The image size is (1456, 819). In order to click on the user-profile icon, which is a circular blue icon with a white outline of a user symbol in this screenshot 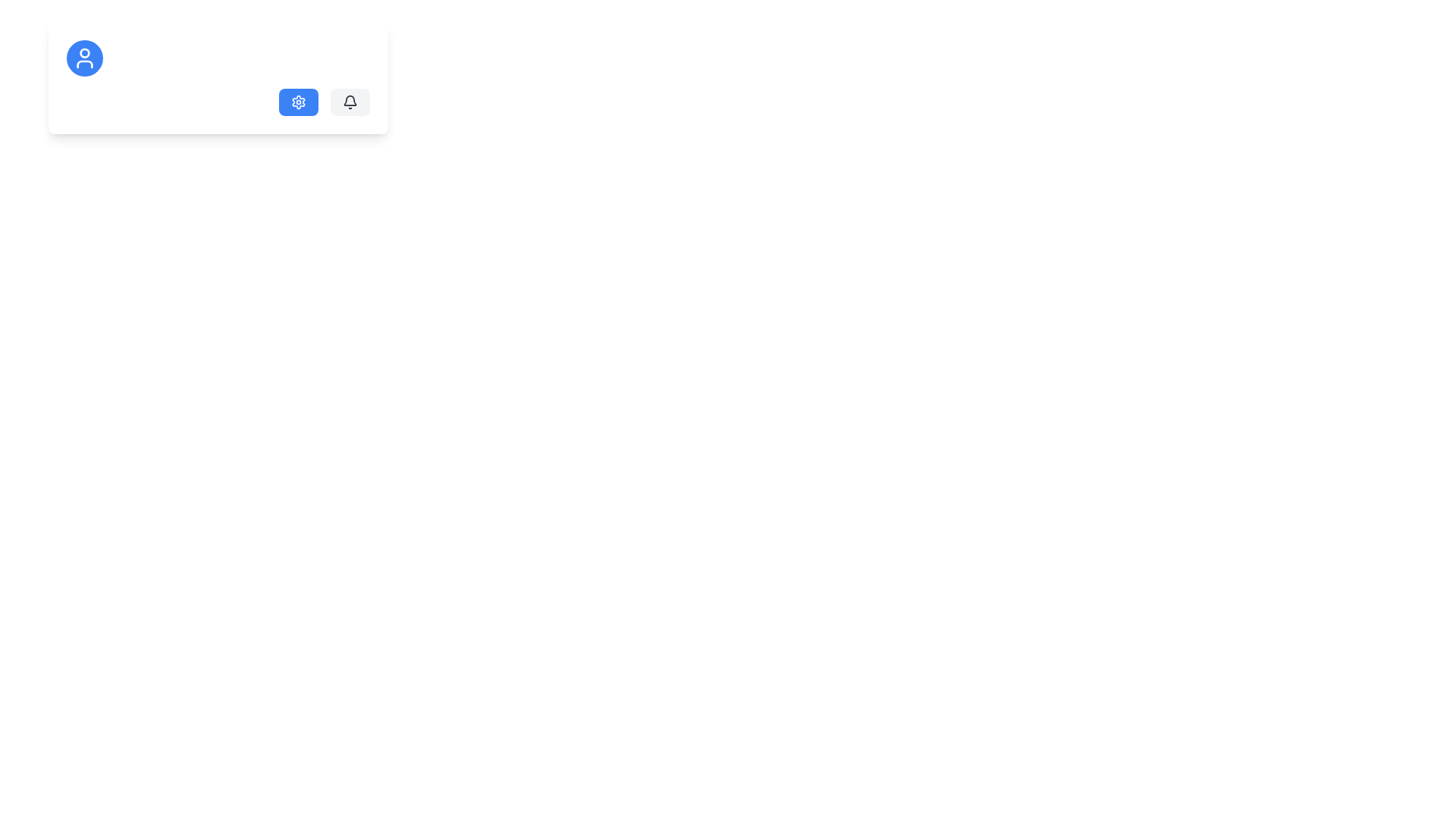, I will do `click(83, 58)`.